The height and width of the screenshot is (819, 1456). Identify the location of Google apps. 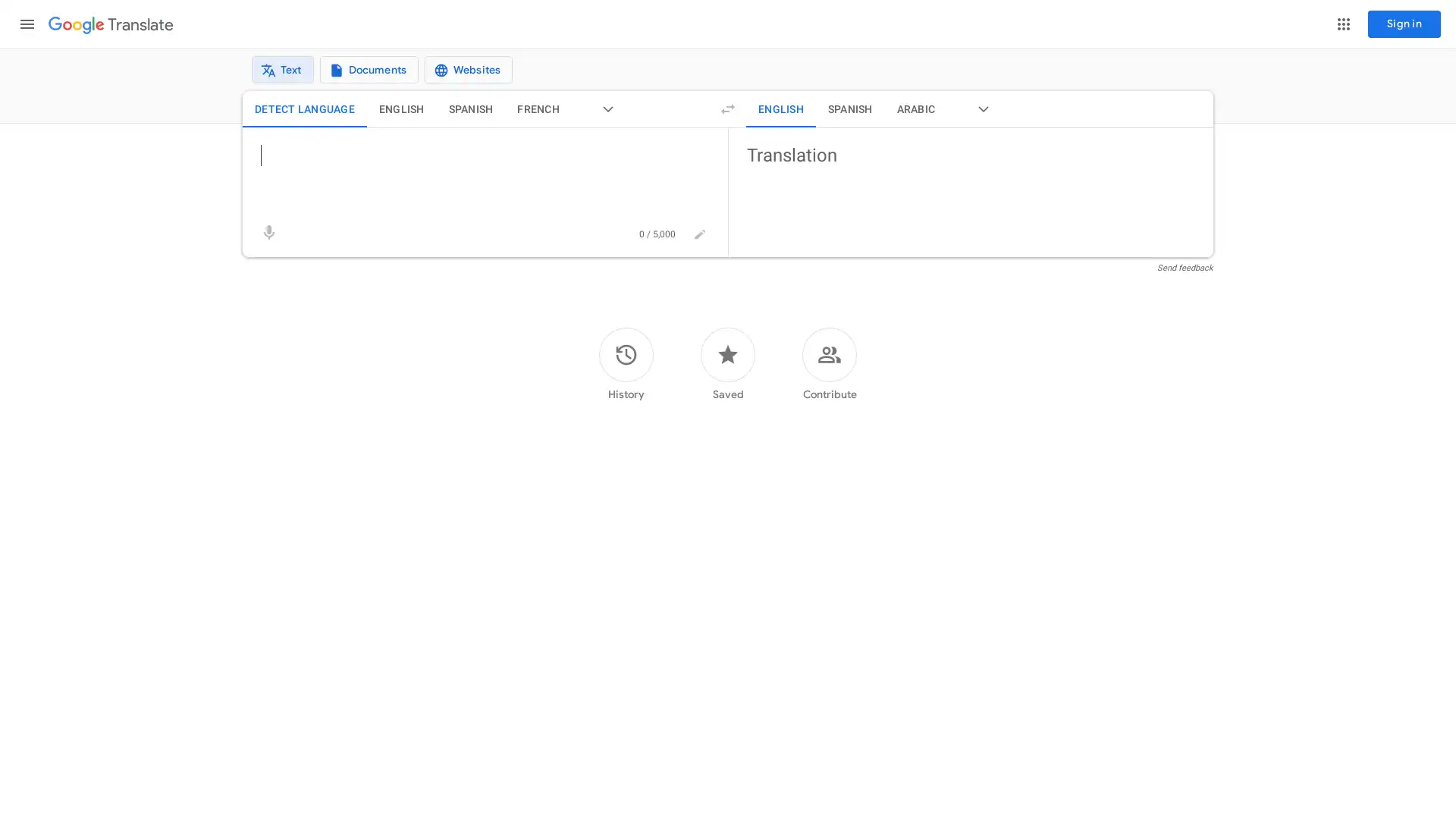
(1343, 24).